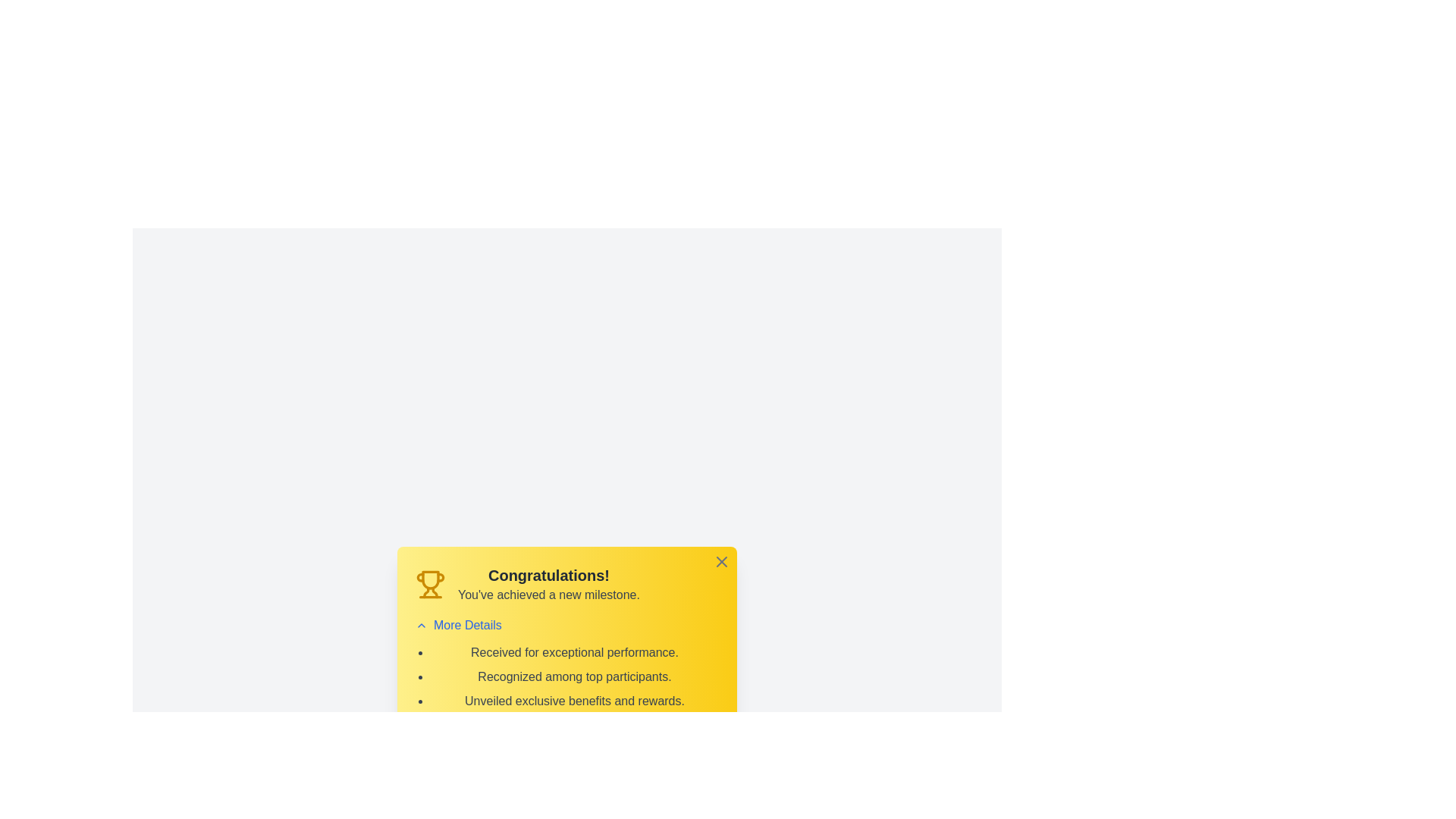  Describe the element at coordinates (548, 576) in the screenshot. I see `the alert's title and description text to emphasize their content` at that location.